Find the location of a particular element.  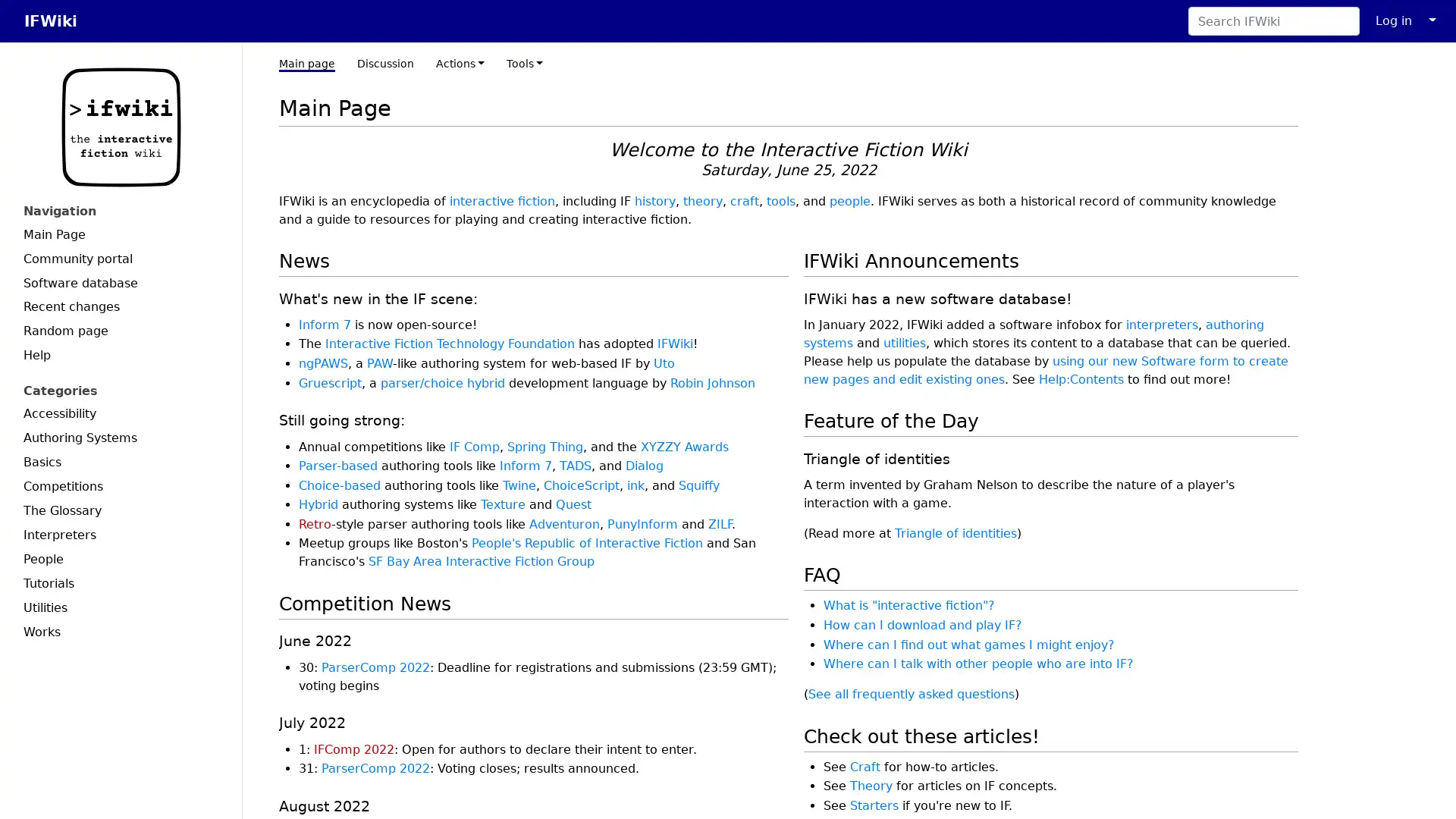

Categories is located at coordinates (120, 390).